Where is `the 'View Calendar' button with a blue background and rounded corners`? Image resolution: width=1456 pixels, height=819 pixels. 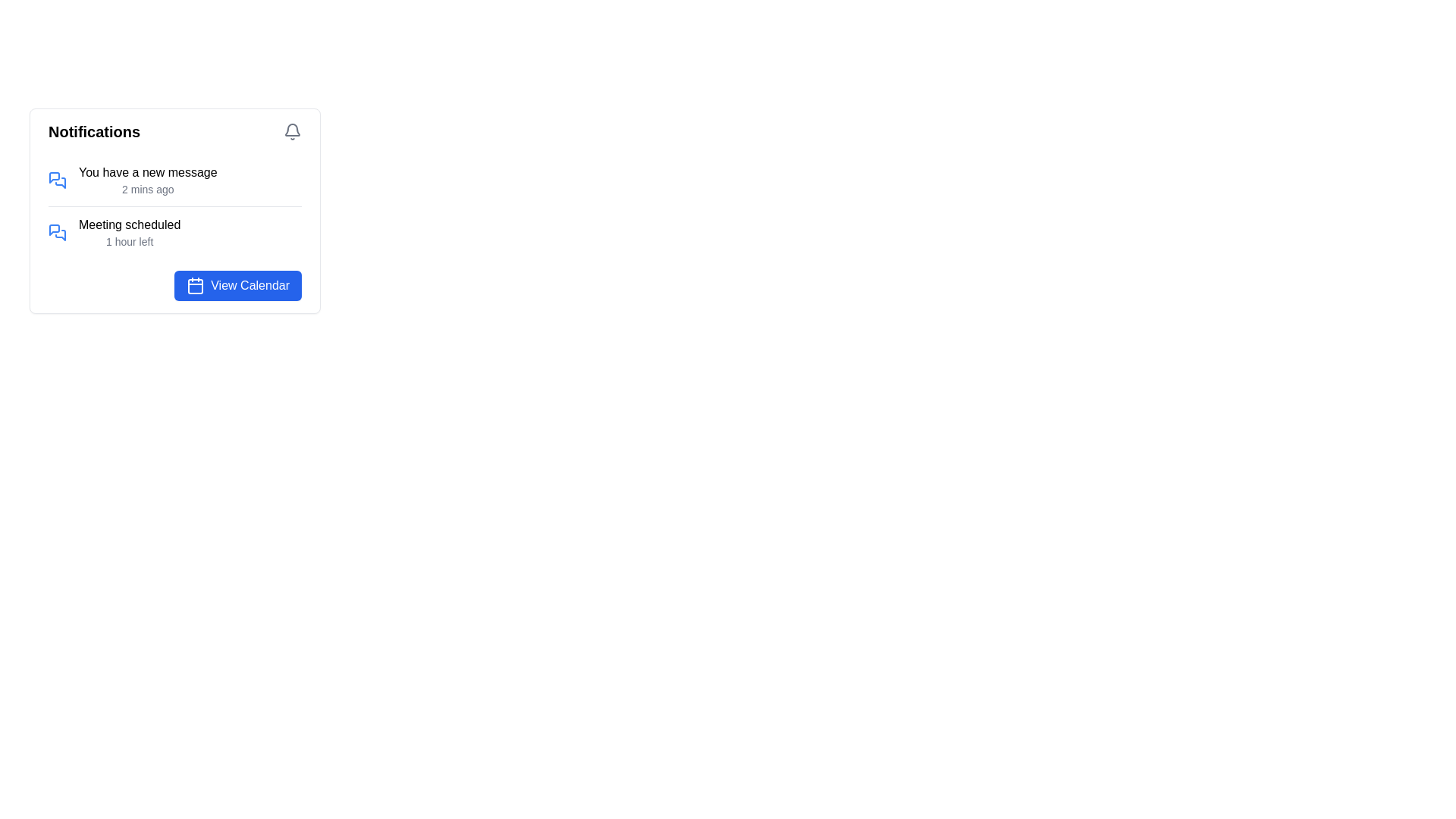
the 'View Calendar' button with a blue background and rounded corners is located at coordinates (174, 286).